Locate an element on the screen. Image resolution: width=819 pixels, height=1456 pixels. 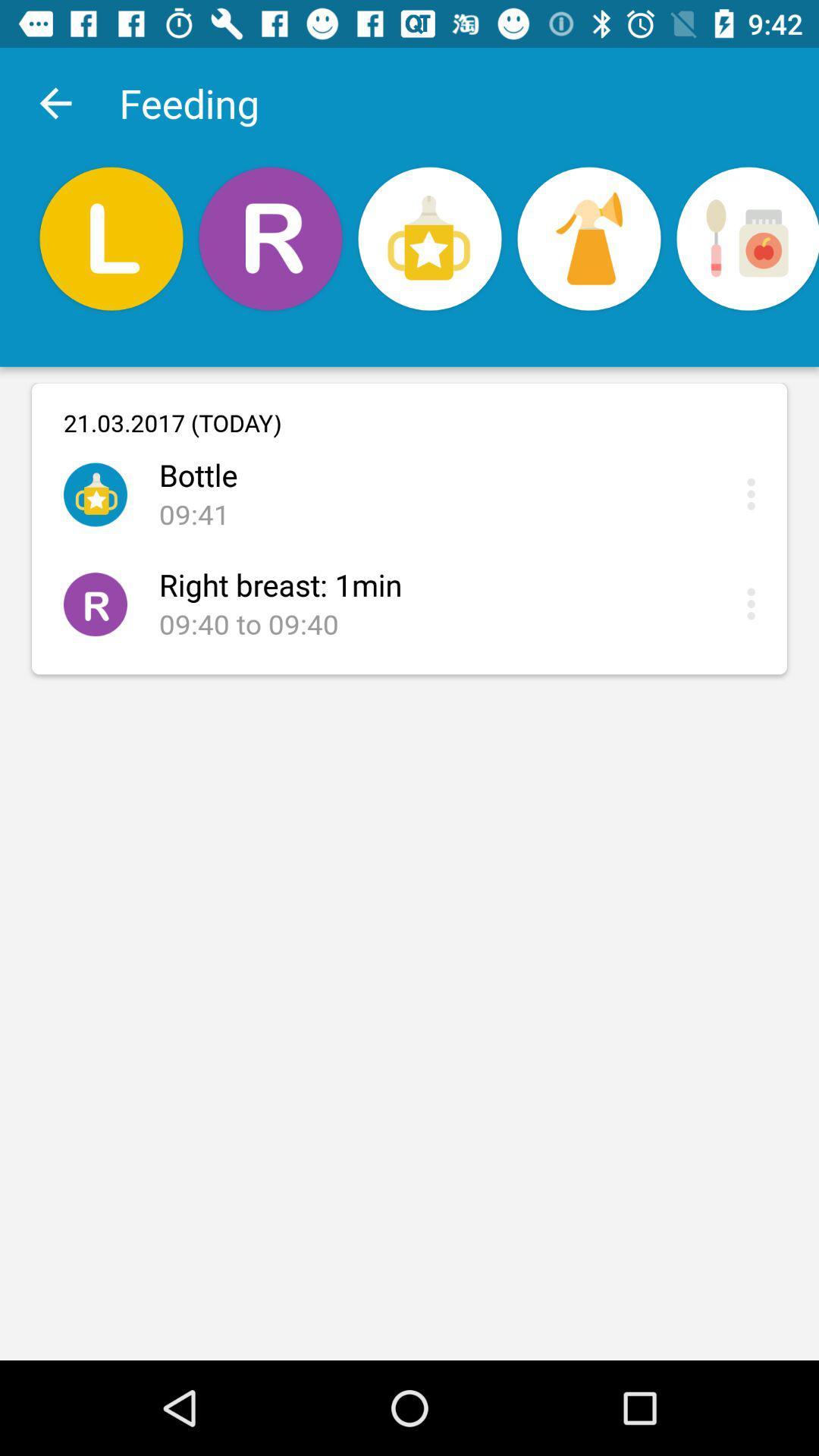
options is located at coordinates (755, 494).